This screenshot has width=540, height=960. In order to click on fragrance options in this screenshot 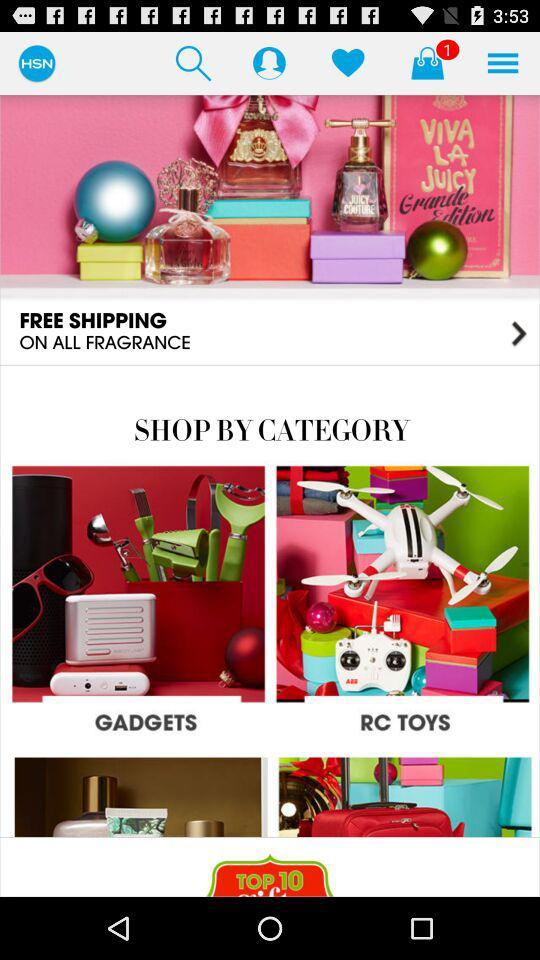, I will do `click(270, 229)`.